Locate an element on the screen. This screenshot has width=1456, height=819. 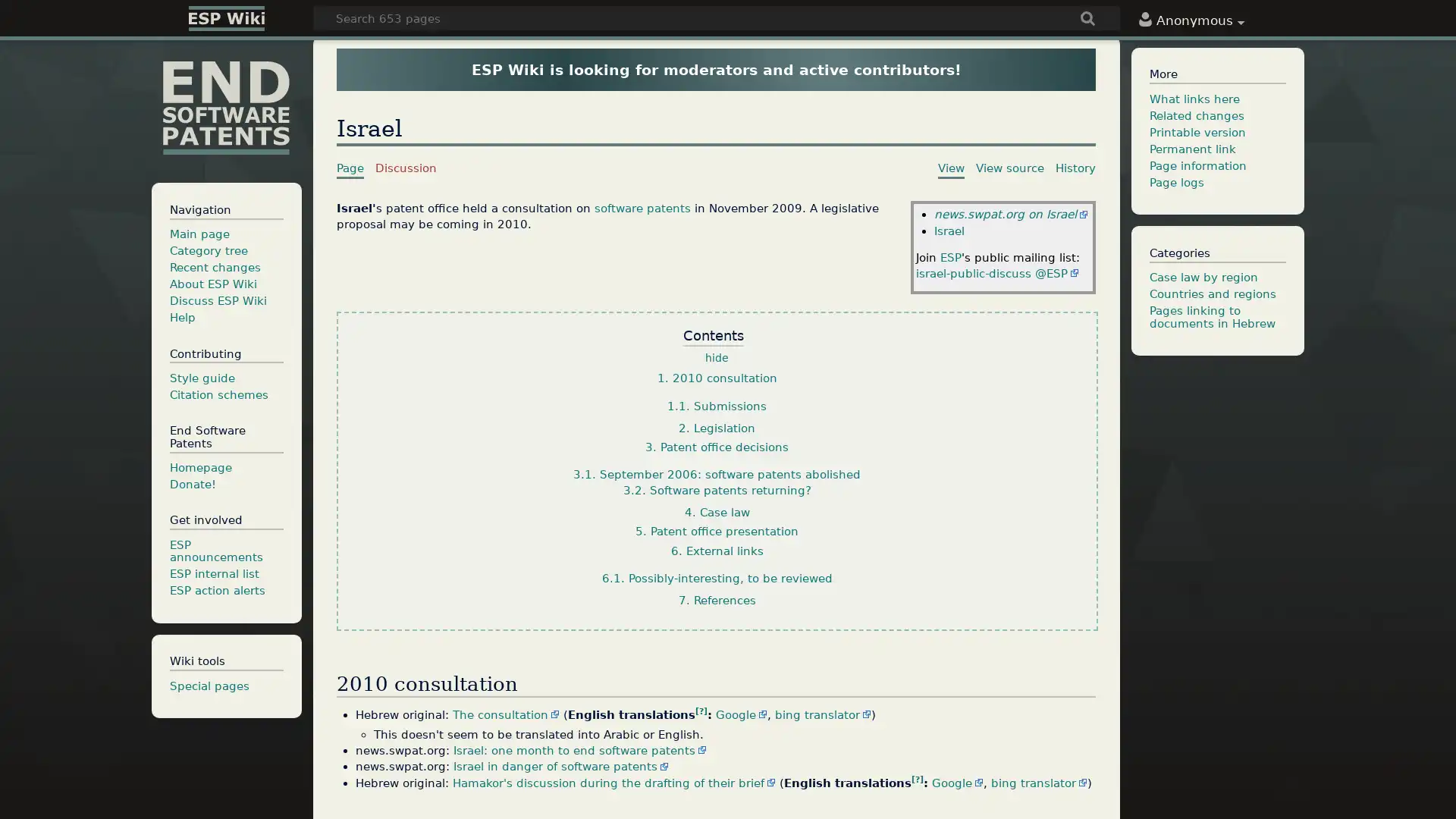
Go is located at coordinates (1087, 20).